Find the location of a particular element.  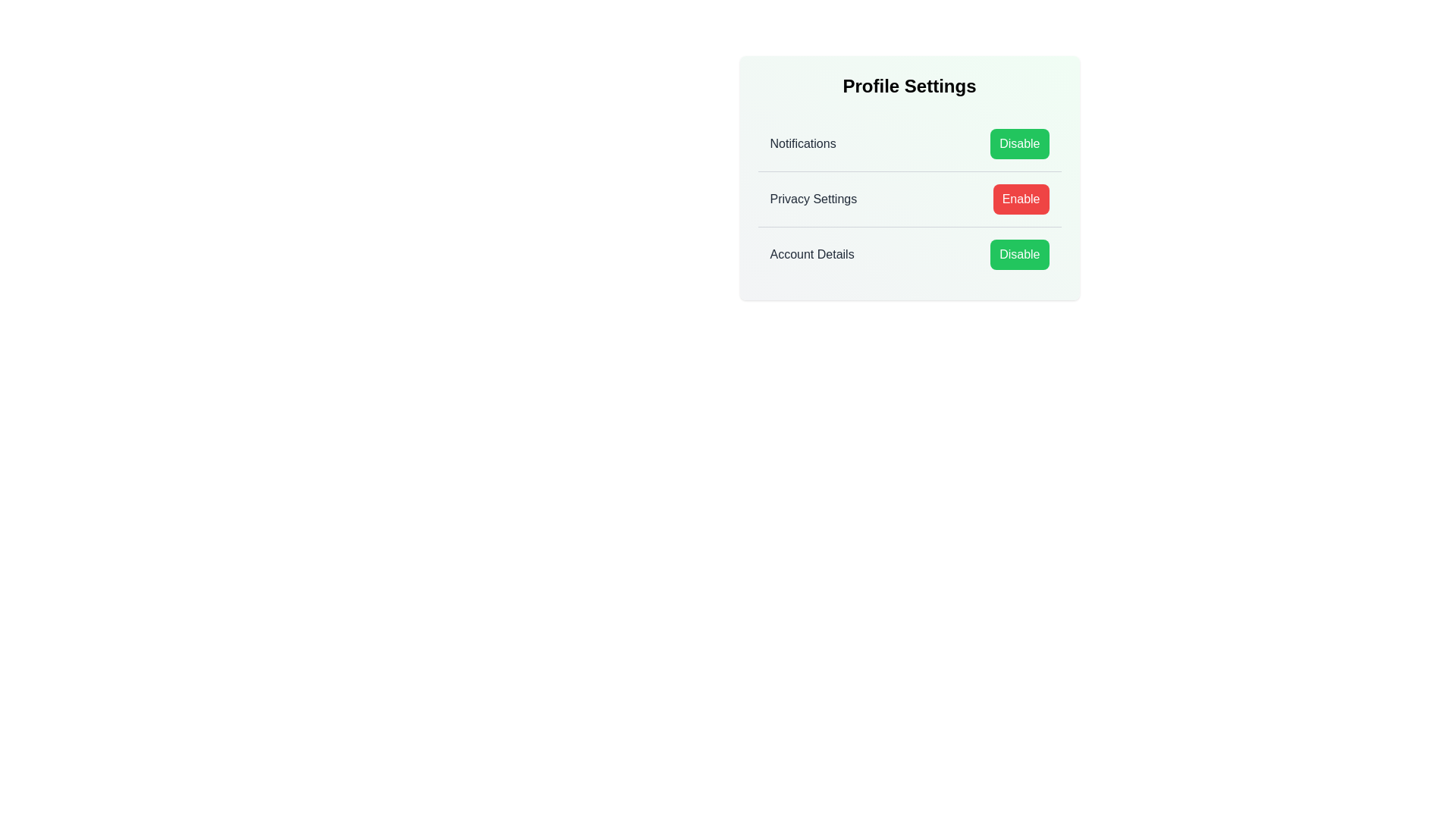

'Disable' button for 'Notifications' to toggle the setting is located at coordinates (1019, 143).